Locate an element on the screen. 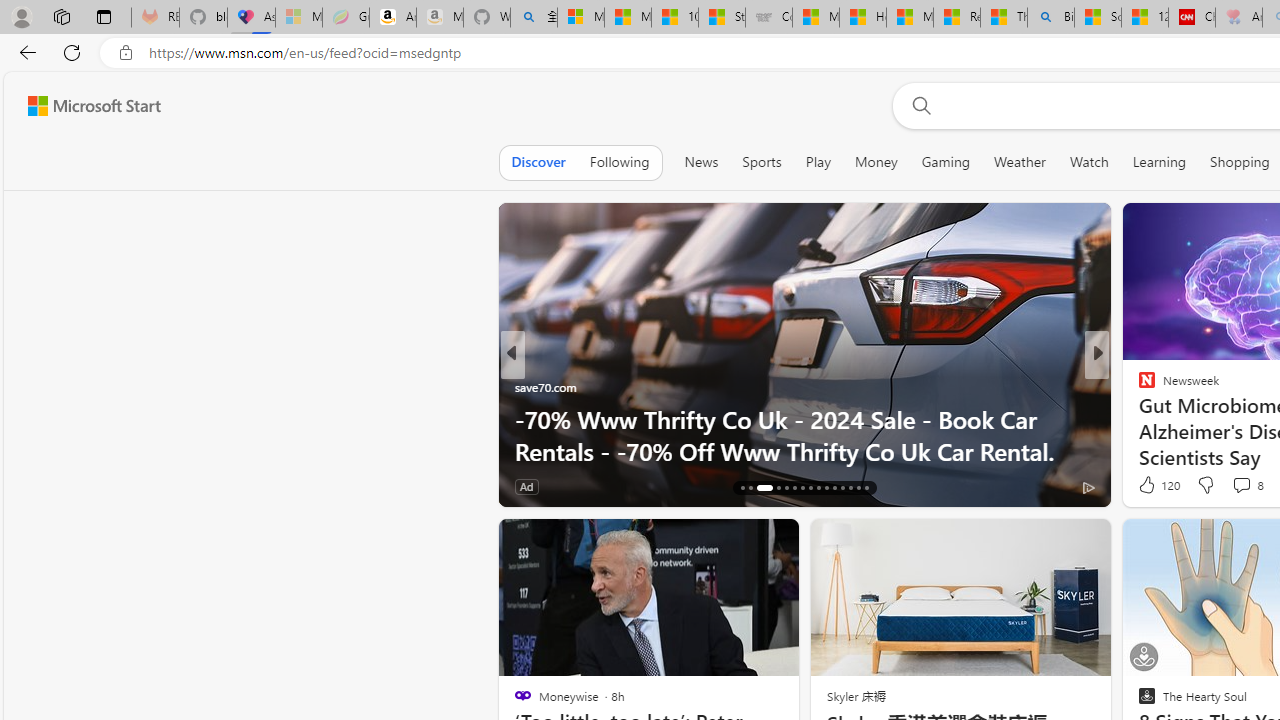 This screenshot has height=720, width=1280. 'AutomationID: tab-22' is located at coordinates (801, 488).